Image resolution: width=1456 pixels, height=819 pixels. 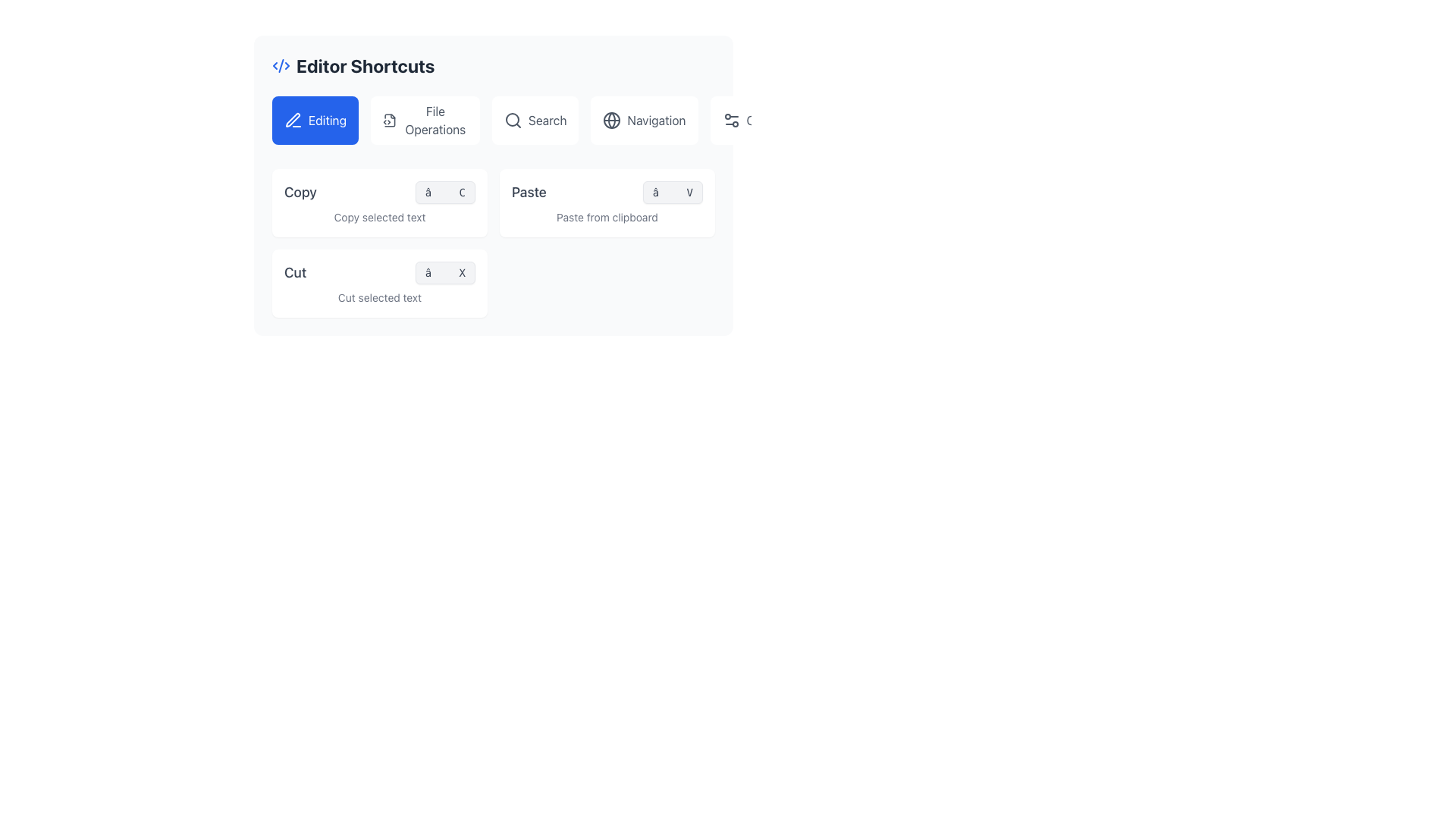 I want to click on the 'Navigation' button, which is a rectangular element with rounded corners, white background, and a globe icon, positioned below the heading 'Editor Shortcuts' as the fourth item in a horizontal list, so click(x=644, y=119).